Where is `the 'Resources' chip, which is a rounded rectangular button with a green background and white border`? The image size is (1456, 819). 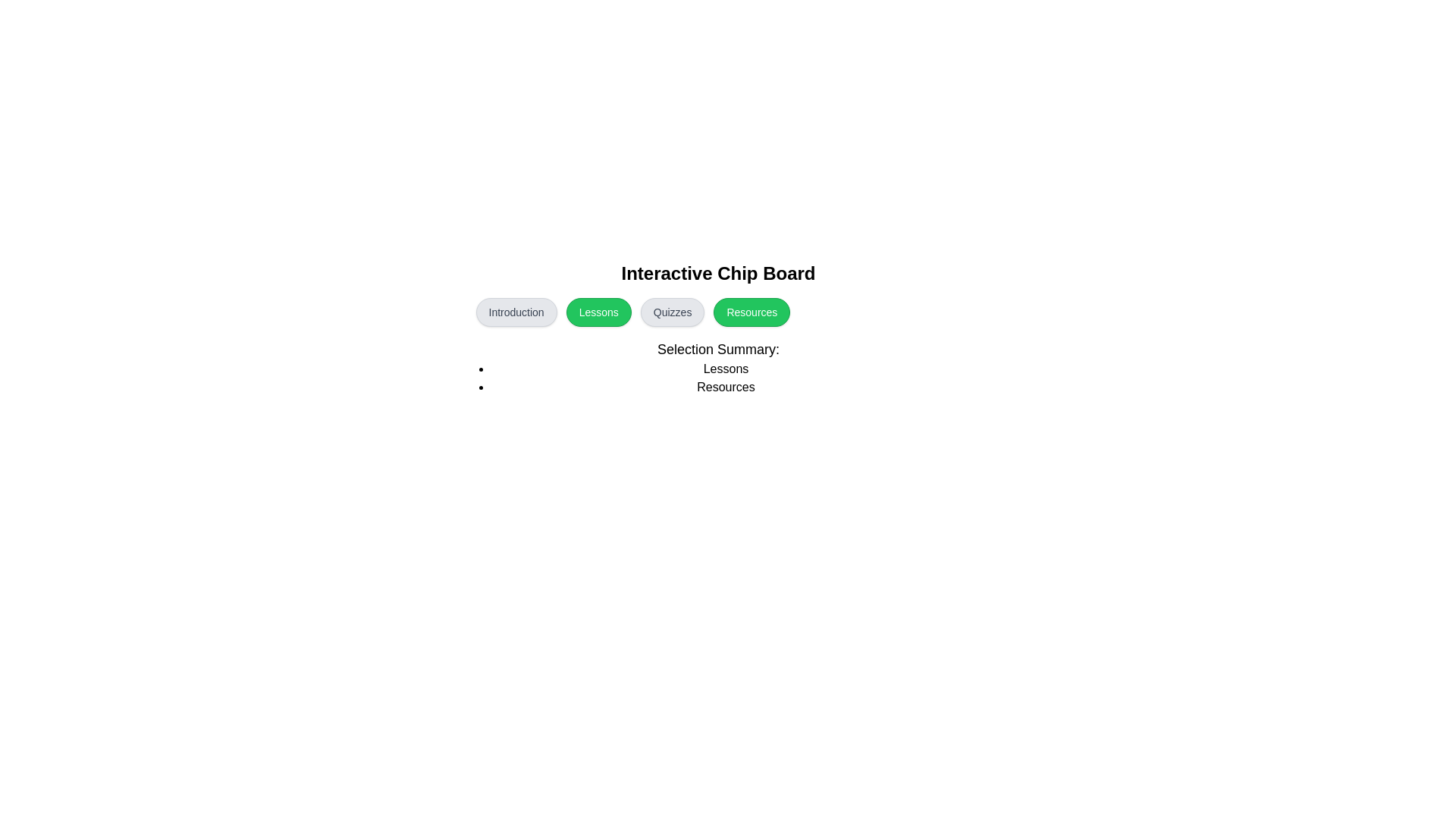
the 'Resources' chip, which is a rounded rectangular button with a green background and white border is located at coordinates (717, 328).